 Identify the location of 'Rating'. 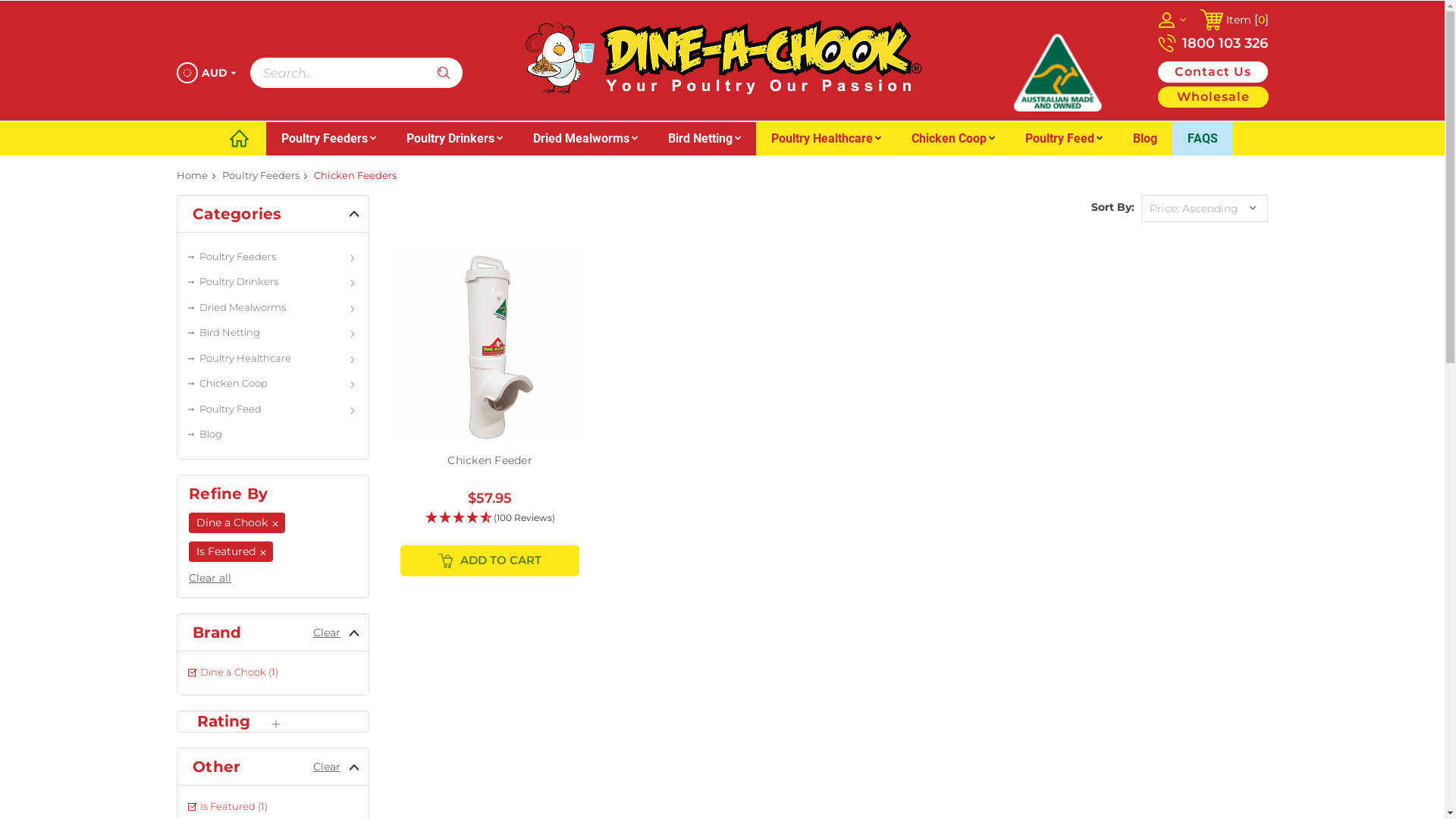
(231, 720).